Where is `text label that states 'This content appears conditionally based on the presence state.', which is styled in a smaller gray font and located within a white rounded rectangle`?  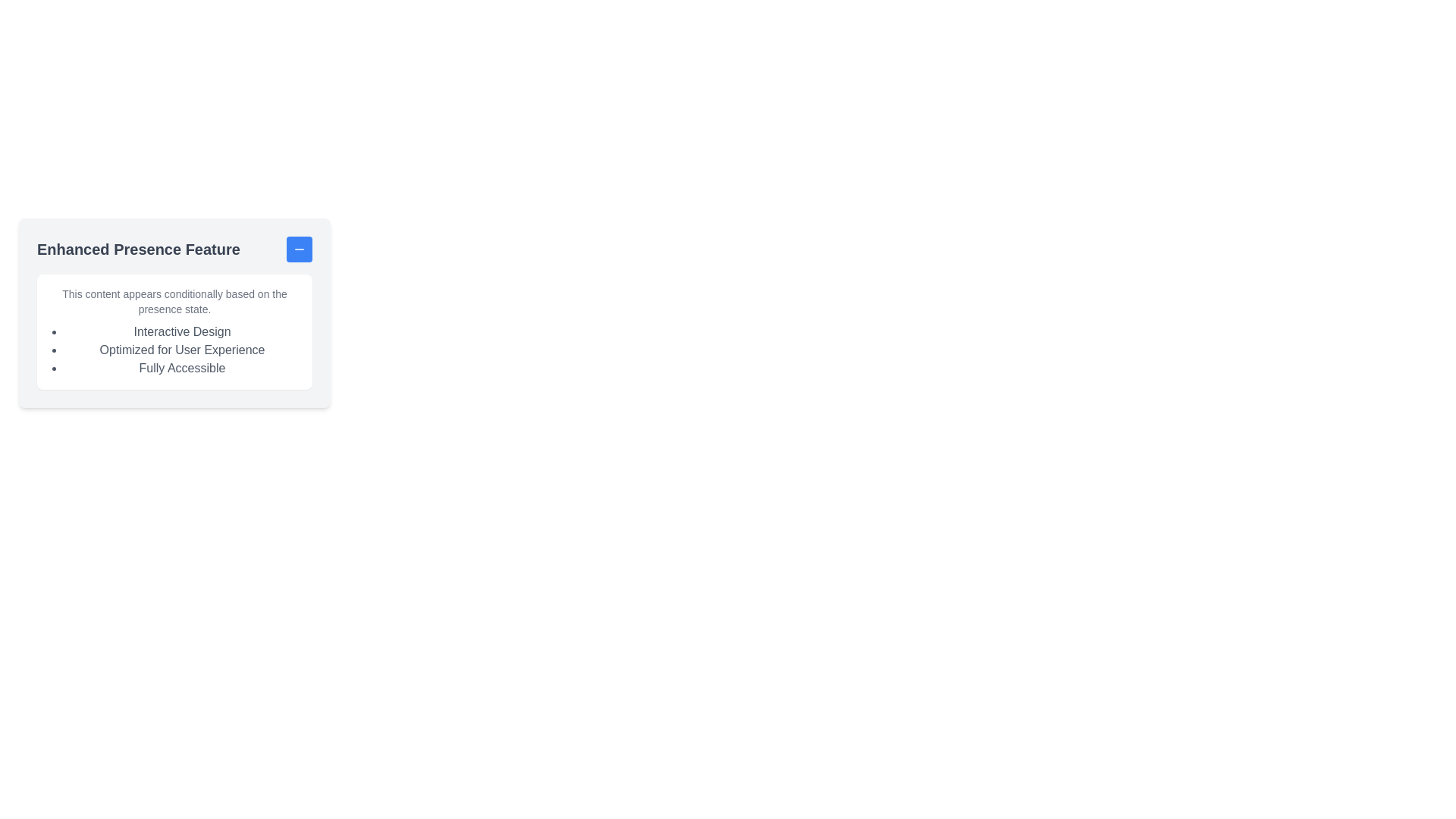 text label that states 'This content appears conditionally based on the presence state.', which is styled in a smaller gray font and located within a white rounded rectangle is located at coordinates (174, 301).